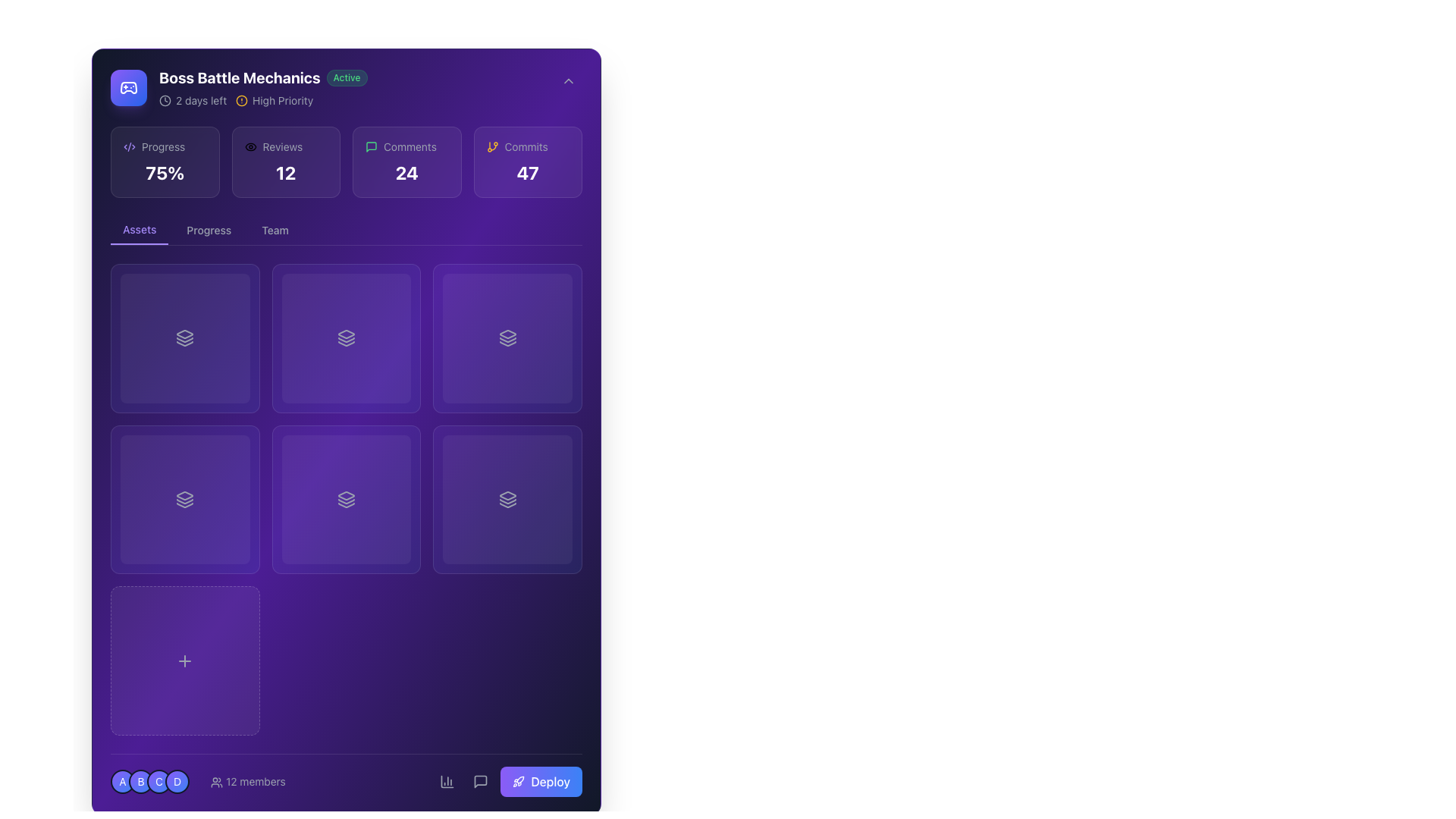  What do you see at coordinates (346, 78) in the screenshot?
I see `the label displaying 'Active', which is styled with green text and a slightly transparent green background, located adjacent to the right of 'Boss Battle Mechanics'` at bounding box center [346, 78].